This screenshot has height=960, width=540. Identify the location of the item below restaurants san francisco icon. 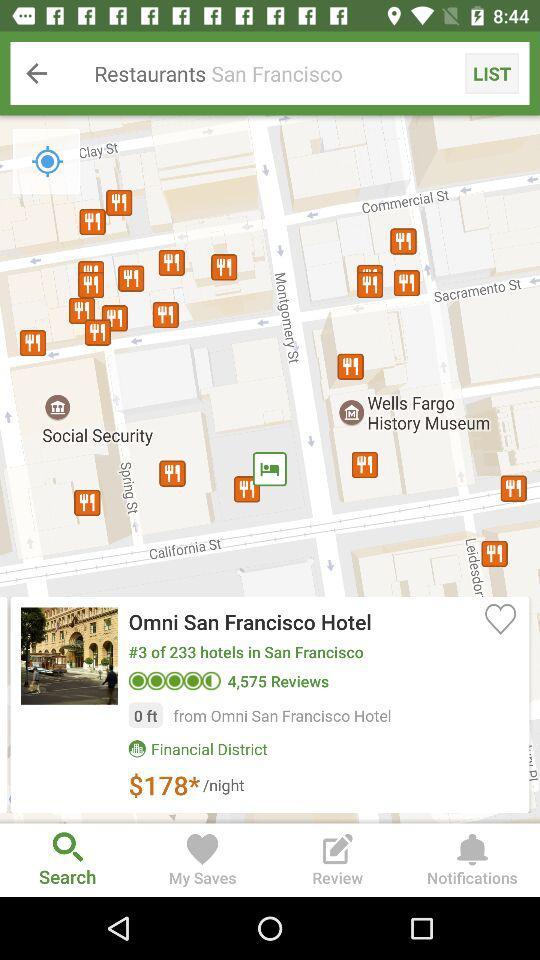
(270, 469).